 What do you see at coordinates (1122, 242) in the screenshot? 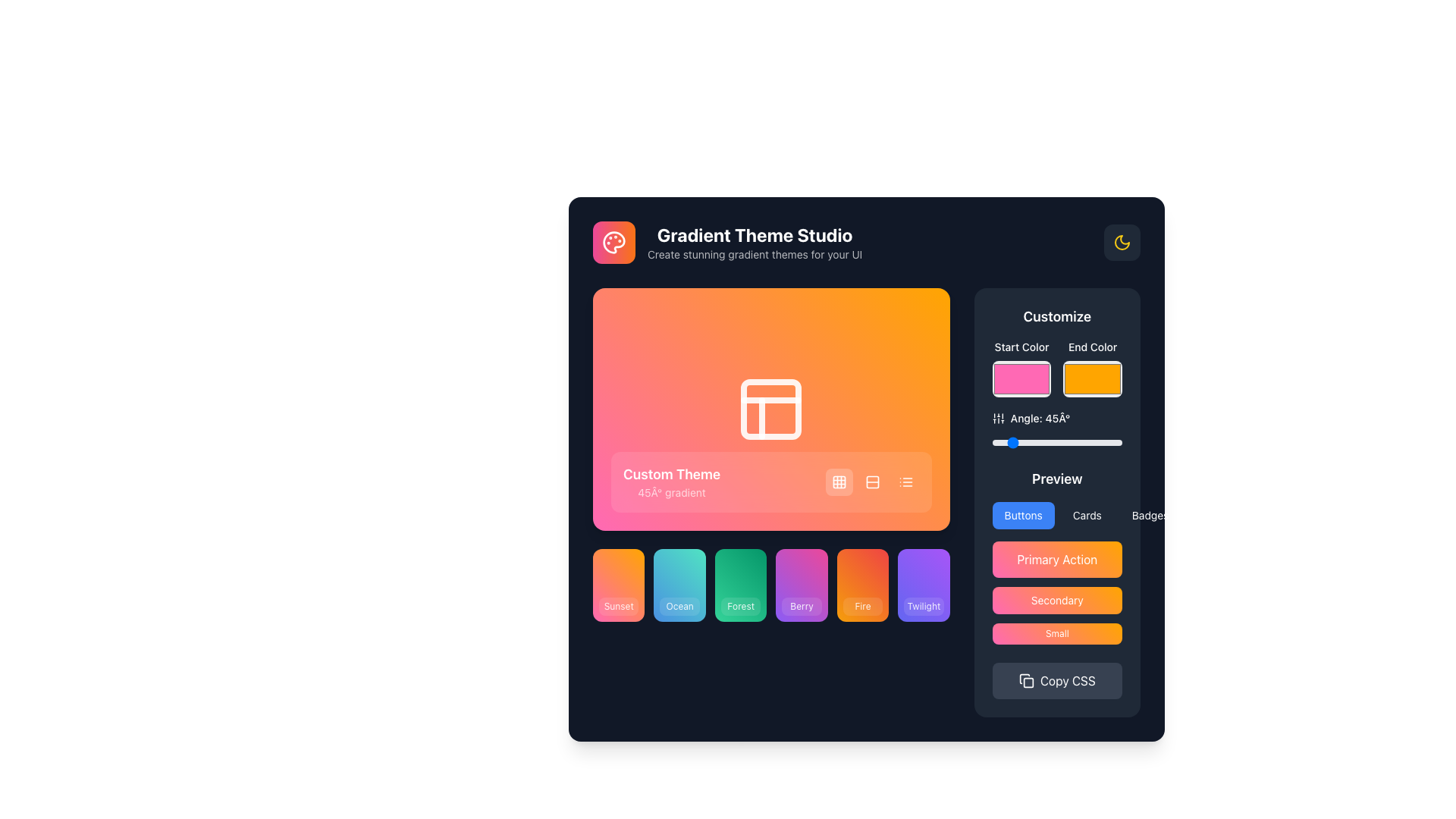
I see `the button that toggles between light and dark mode, indicated by a crescent moon icon, located at the far upper-right corner of the 'Gradient Theme Studio' section` at bounding box center [1122, 242].